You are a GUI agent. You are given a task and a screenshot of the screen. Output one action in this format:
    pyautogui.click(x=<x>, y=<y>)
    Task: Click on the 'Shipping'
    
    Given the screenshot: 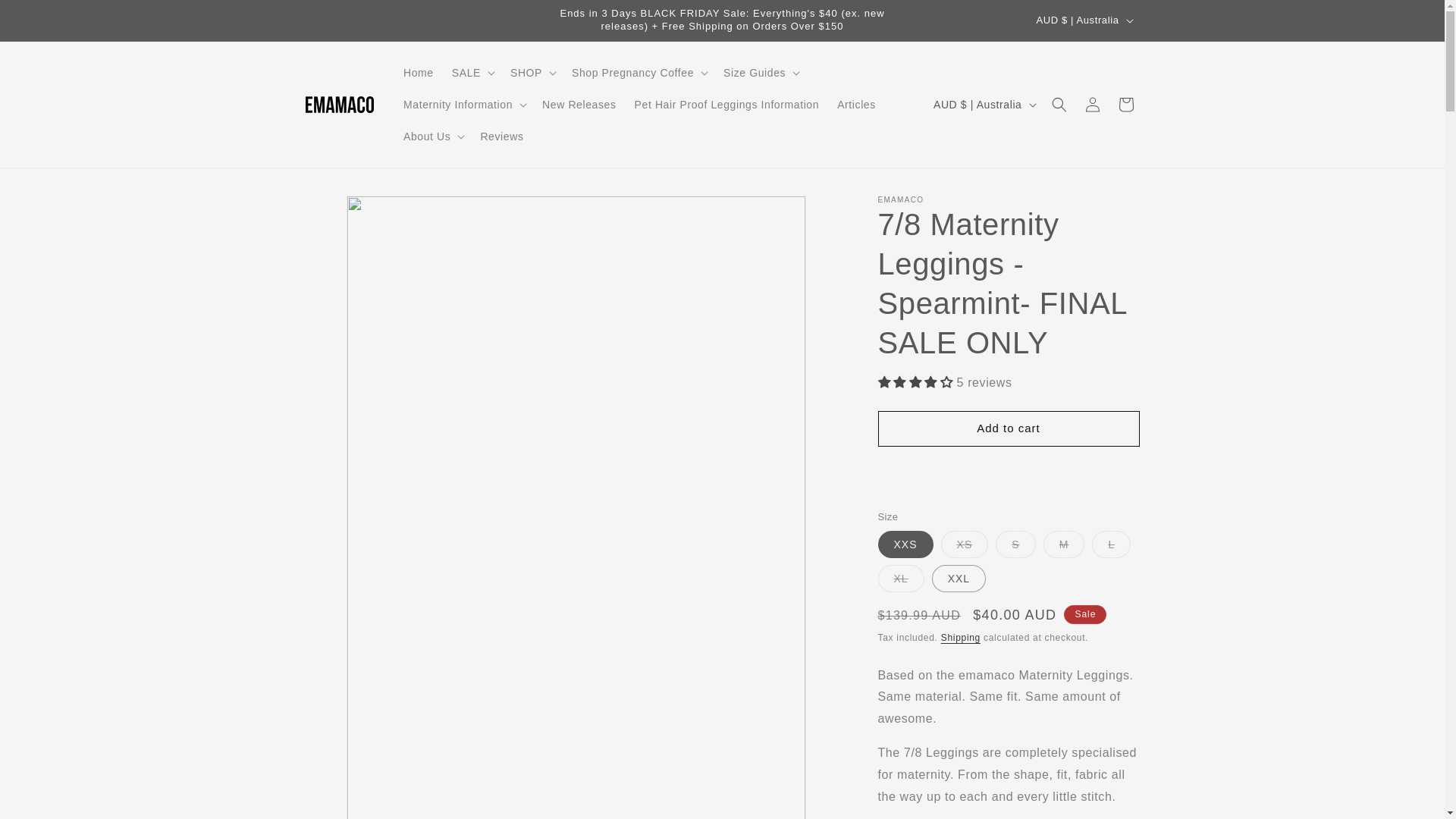 What is the action you would take?
    pyautogui.click(x=960, y=637)
    